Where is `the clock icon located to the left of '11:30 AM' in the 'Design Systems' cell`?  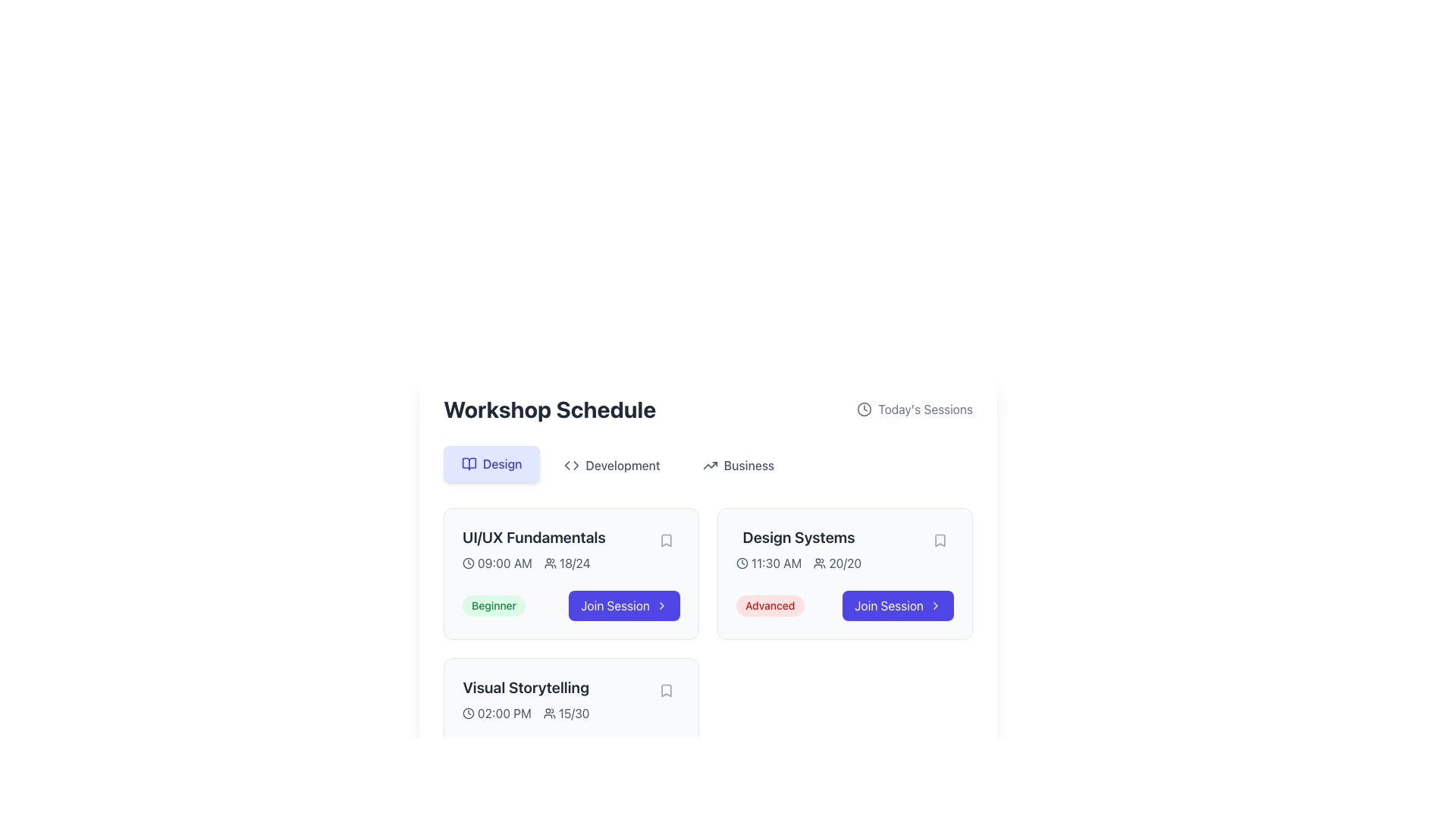
the clock icon located to the left of '11:30 AM' in the 'Design Systems' cell is located at coordinates (742, 563).